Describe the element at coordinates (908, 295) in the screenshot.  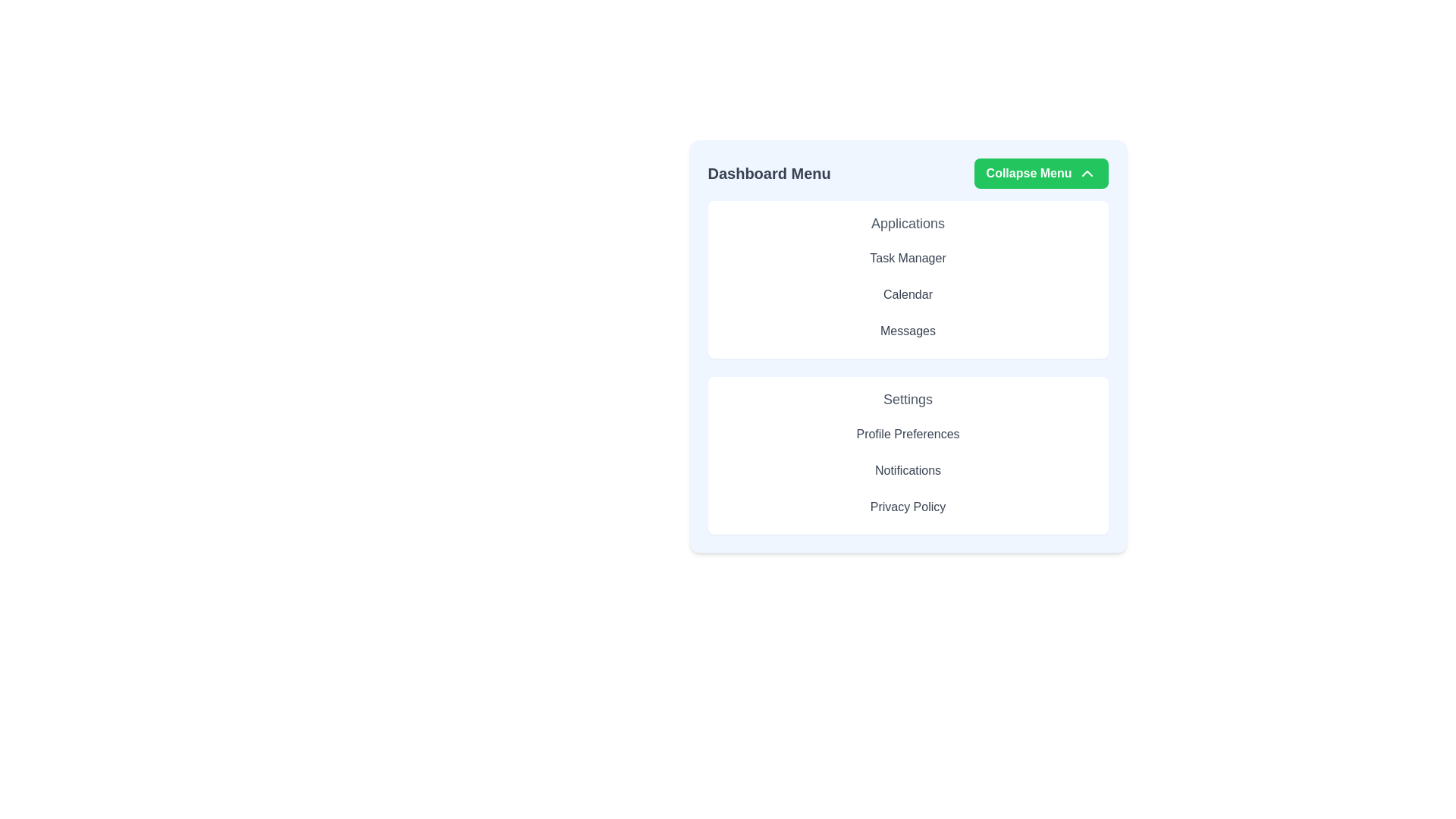
I see `the 'Task Manager', 'Calendar', or 'Messages' from the List of navigation links located in the 'Applications' section of the sidebar` at that location.